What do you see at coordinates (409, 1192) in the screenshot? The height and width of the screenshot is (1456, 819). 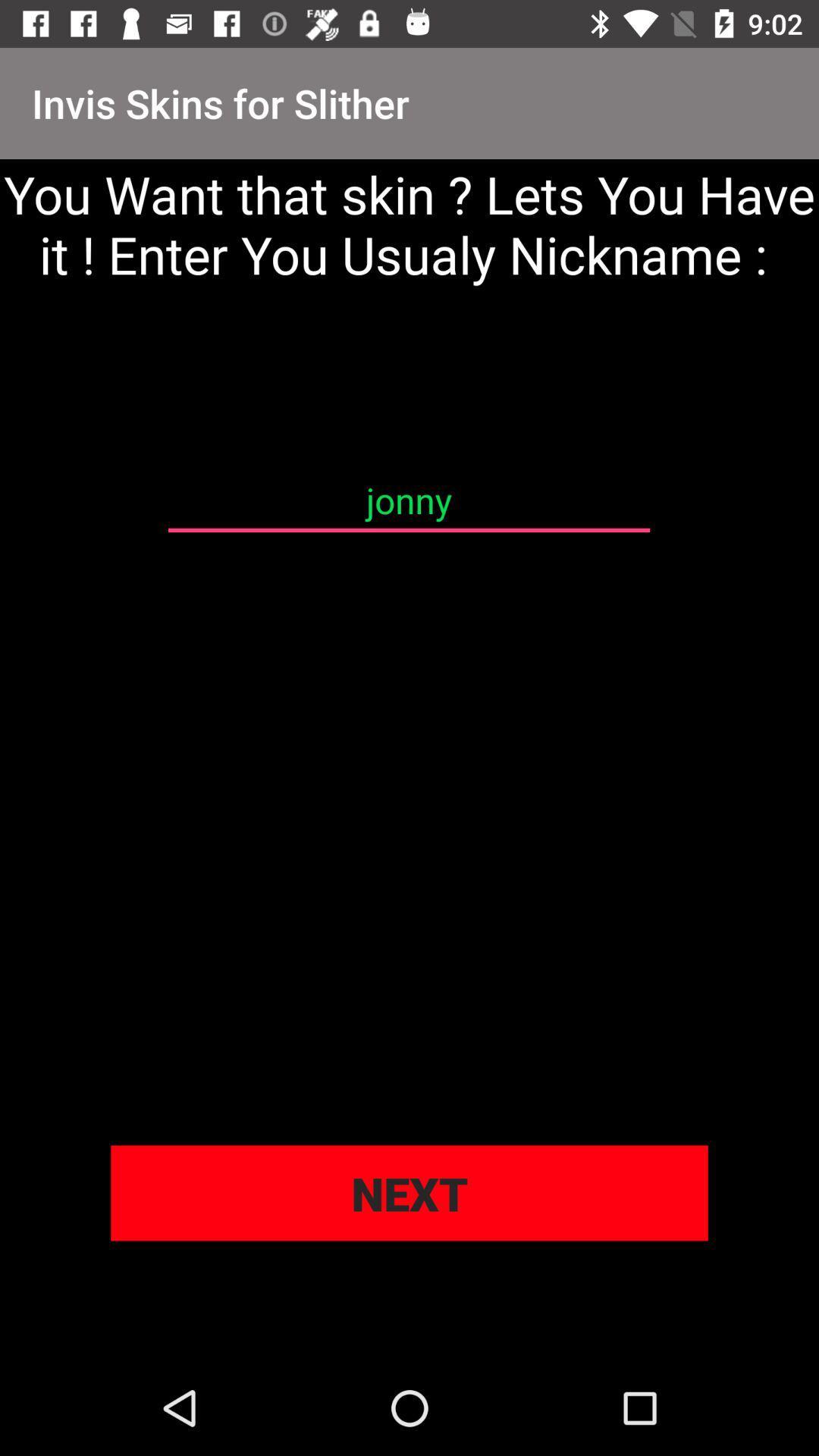 I see `the item below the jonny` at bounding box center [409, 1192].